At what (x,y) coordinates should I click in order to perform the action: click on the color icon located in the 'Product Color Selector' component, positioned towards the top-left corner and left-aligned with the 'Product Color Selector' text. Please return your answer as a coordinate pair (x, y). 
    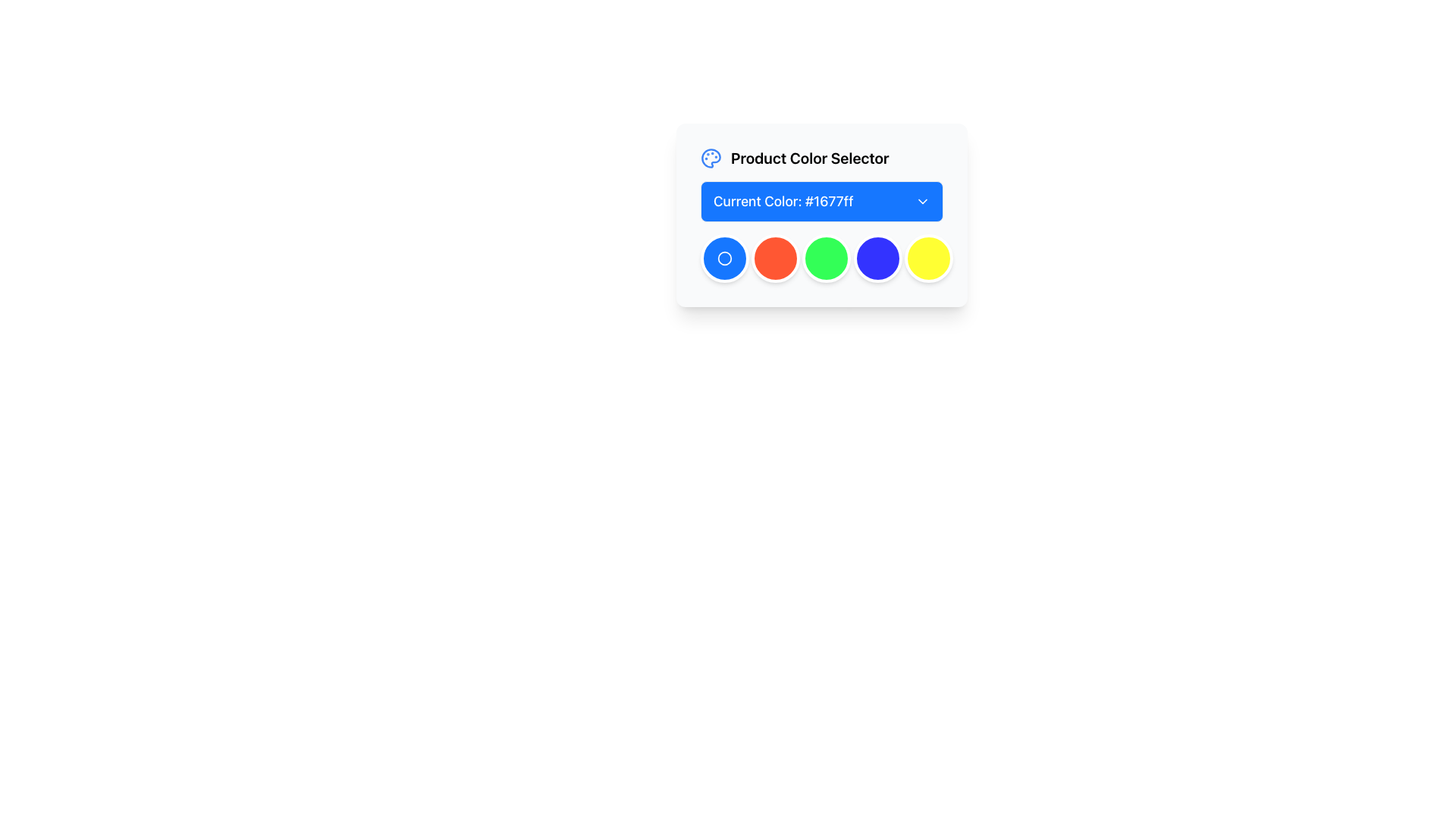
    Looking at the image, I should click on (710, 158).